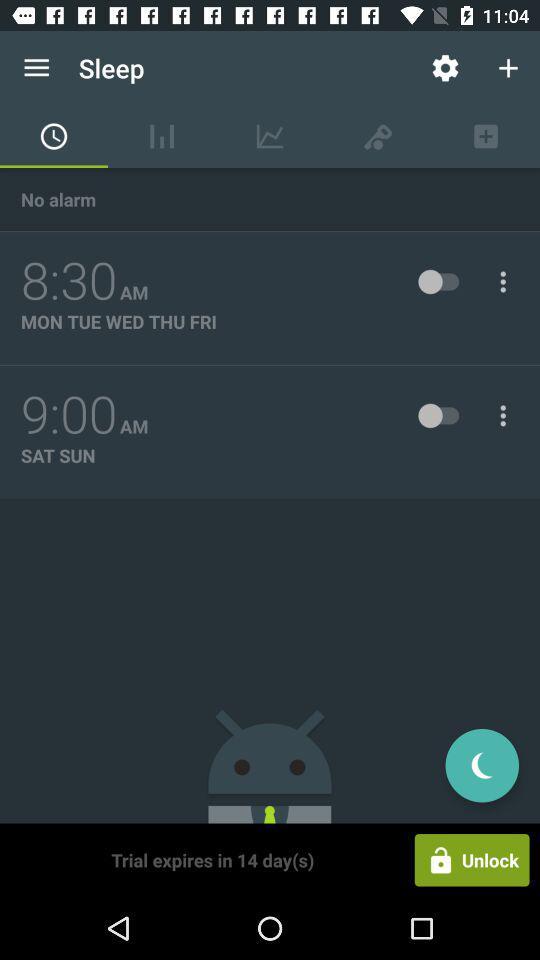 The width and height of the screenshot is (540, 960). What do you see at coordinates (68, 280) in the screenshot?
I see `the 8:30` at bounding box center [68, 280].